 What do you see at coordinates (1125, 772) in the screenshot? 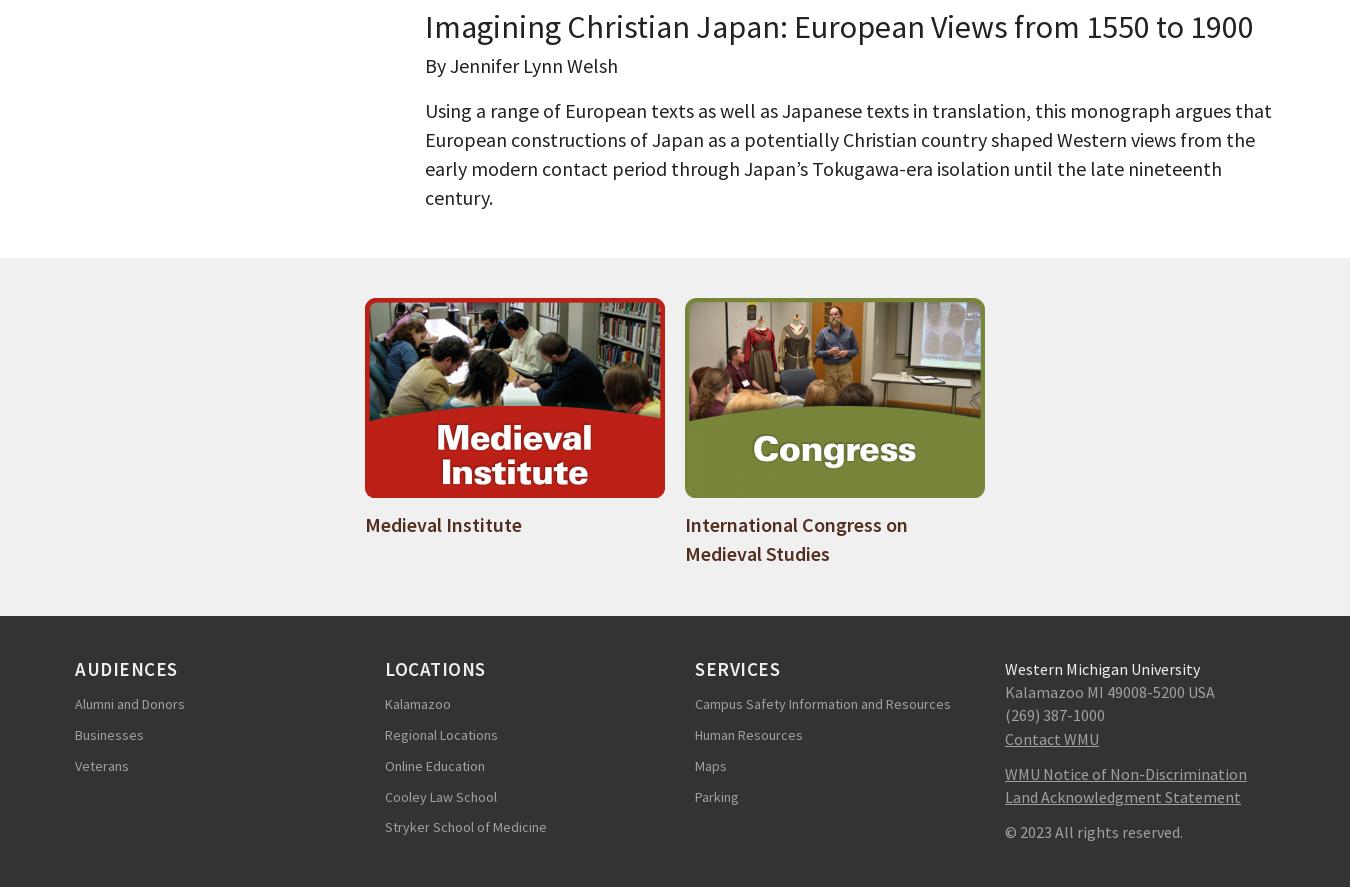
I see `'WMU Notice of Non-Discrimination'` at bounding box center [1125, 772].